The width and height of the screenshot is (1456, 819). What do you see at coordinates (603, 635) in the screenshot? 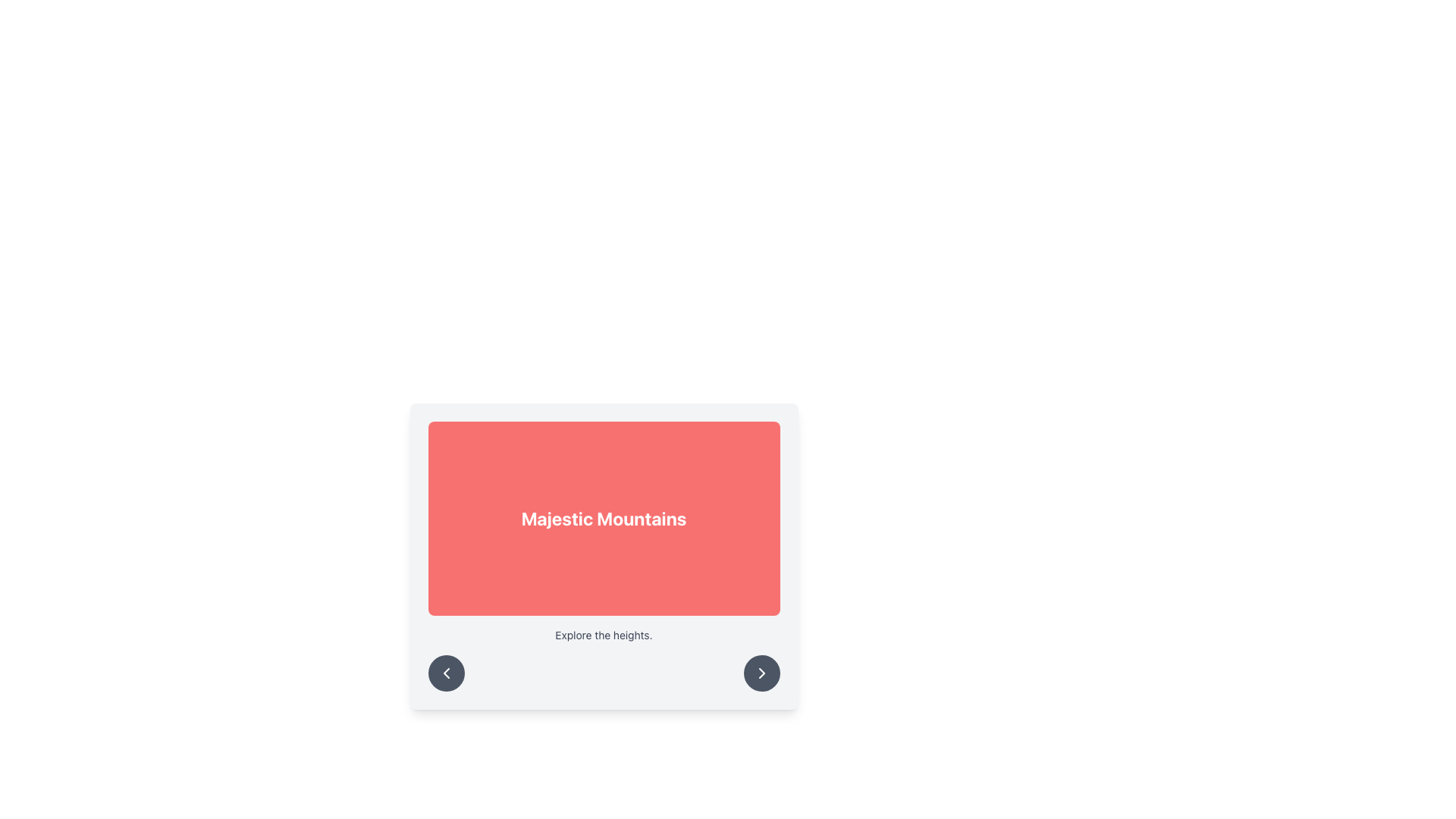
I see `the text label providing context for 'Majestic Mountains', located directly below the main title and above the circular arrow buttons` at bounding box center [603, 635].